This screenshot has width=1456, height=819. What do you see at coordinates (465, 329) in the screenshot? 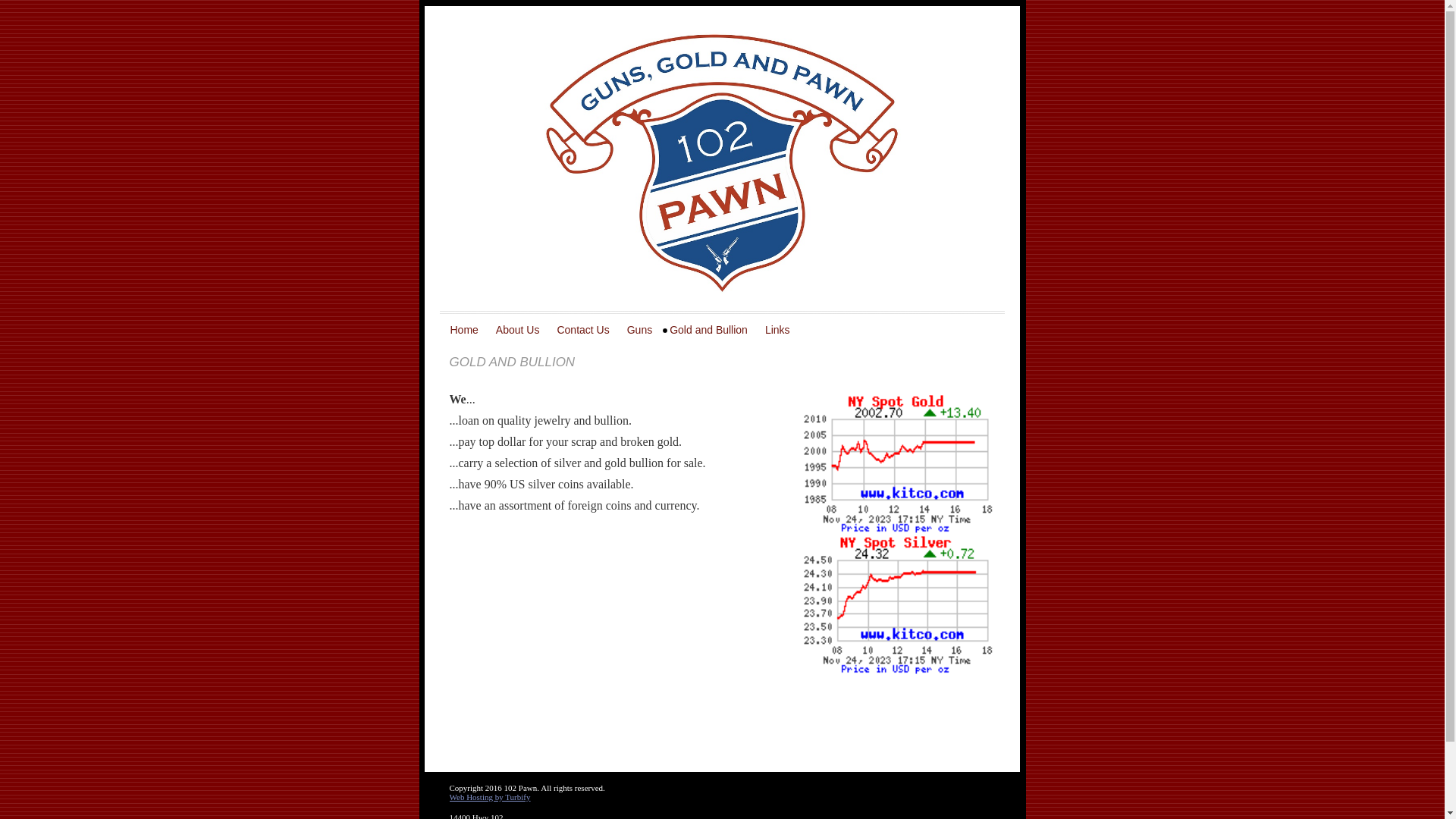
I see `'Home'` at bounding box center [465, 329].